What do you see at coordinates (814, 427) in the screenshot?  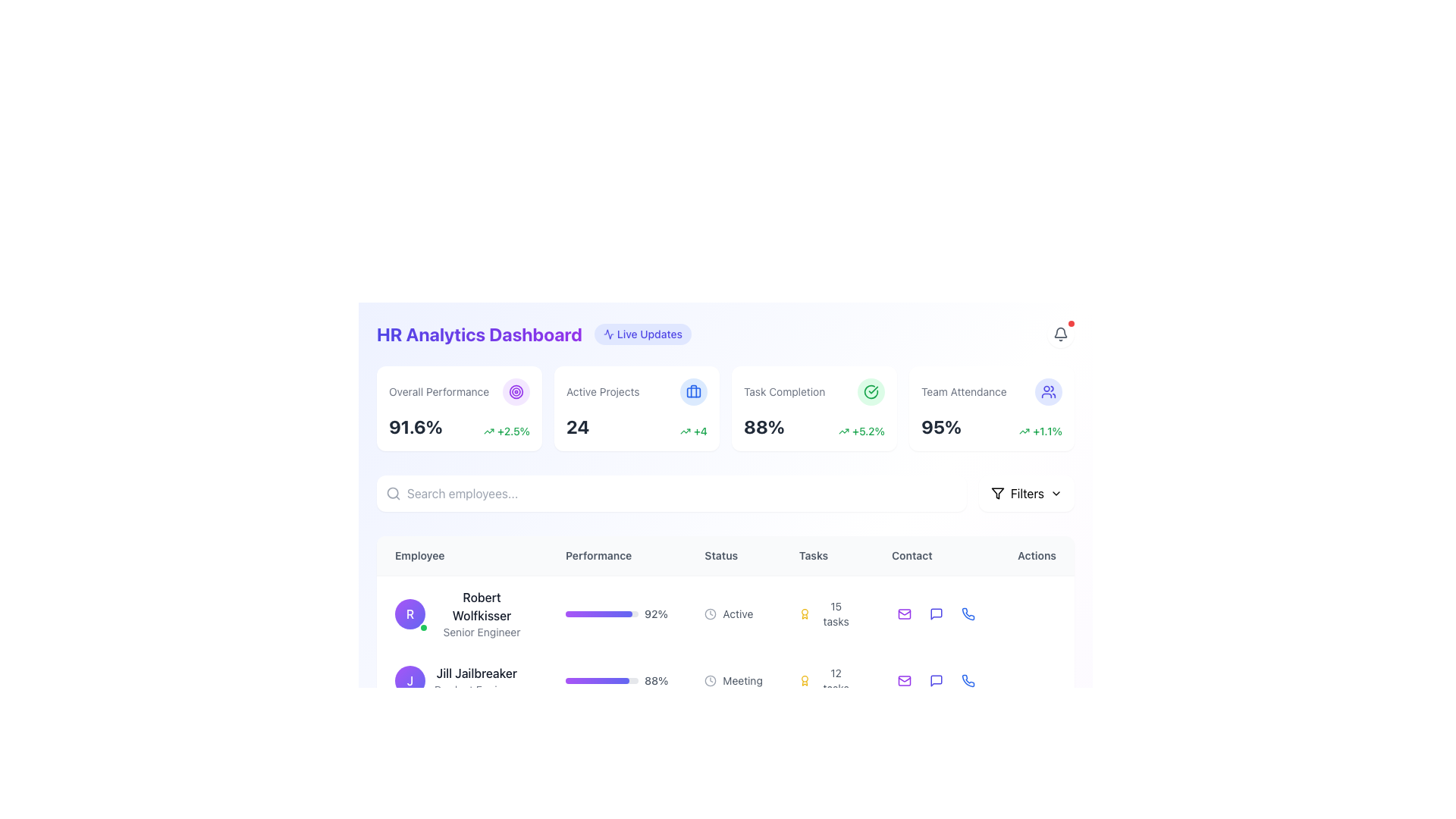 I see `displayed task completion rate metric, which shows the percentage and trend indicator within the 'Task Completion' card` at bounding box center [814, 427].